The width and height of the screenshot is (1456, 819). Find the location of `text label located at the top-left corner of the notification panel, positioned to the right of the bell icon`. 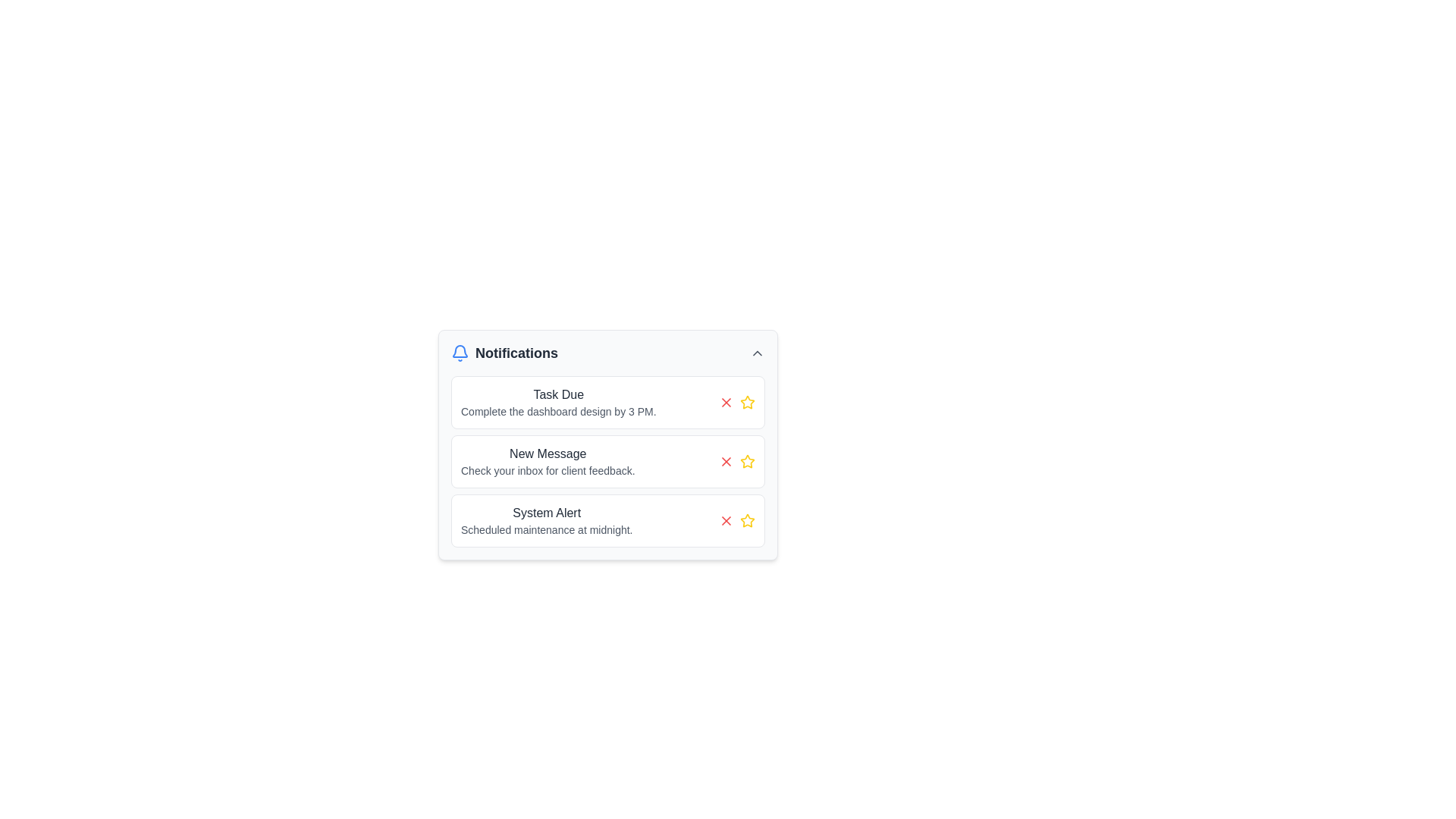

text label located at the top-left corner of the notification panel, positioned to the right of the bell icon is located at coordinates (516, 353).